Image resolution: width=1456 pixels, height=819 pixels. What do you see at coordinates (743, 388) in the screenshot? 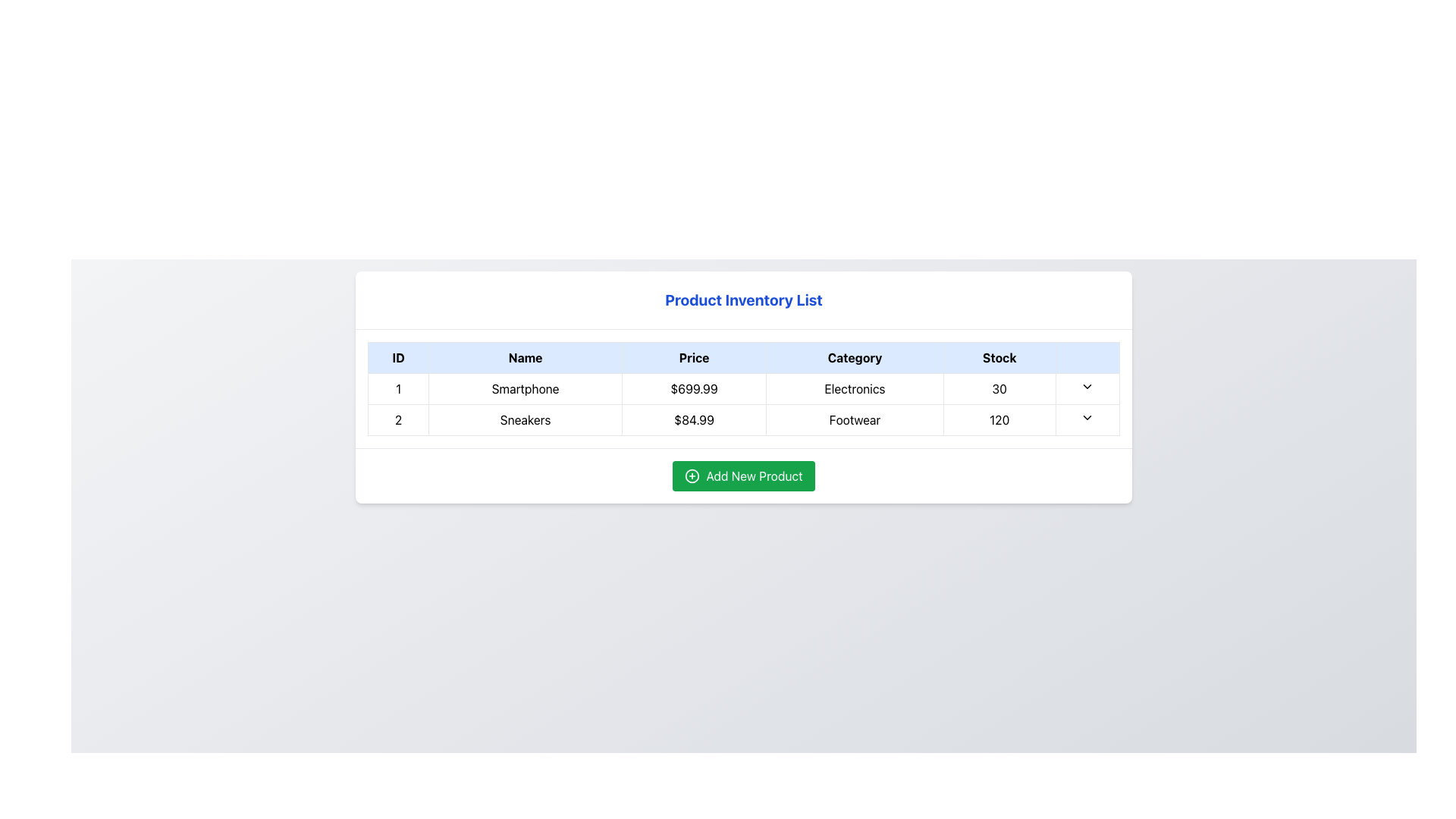
I see `the first row in the product inventory list for further action` at bounding box center [743, 388].